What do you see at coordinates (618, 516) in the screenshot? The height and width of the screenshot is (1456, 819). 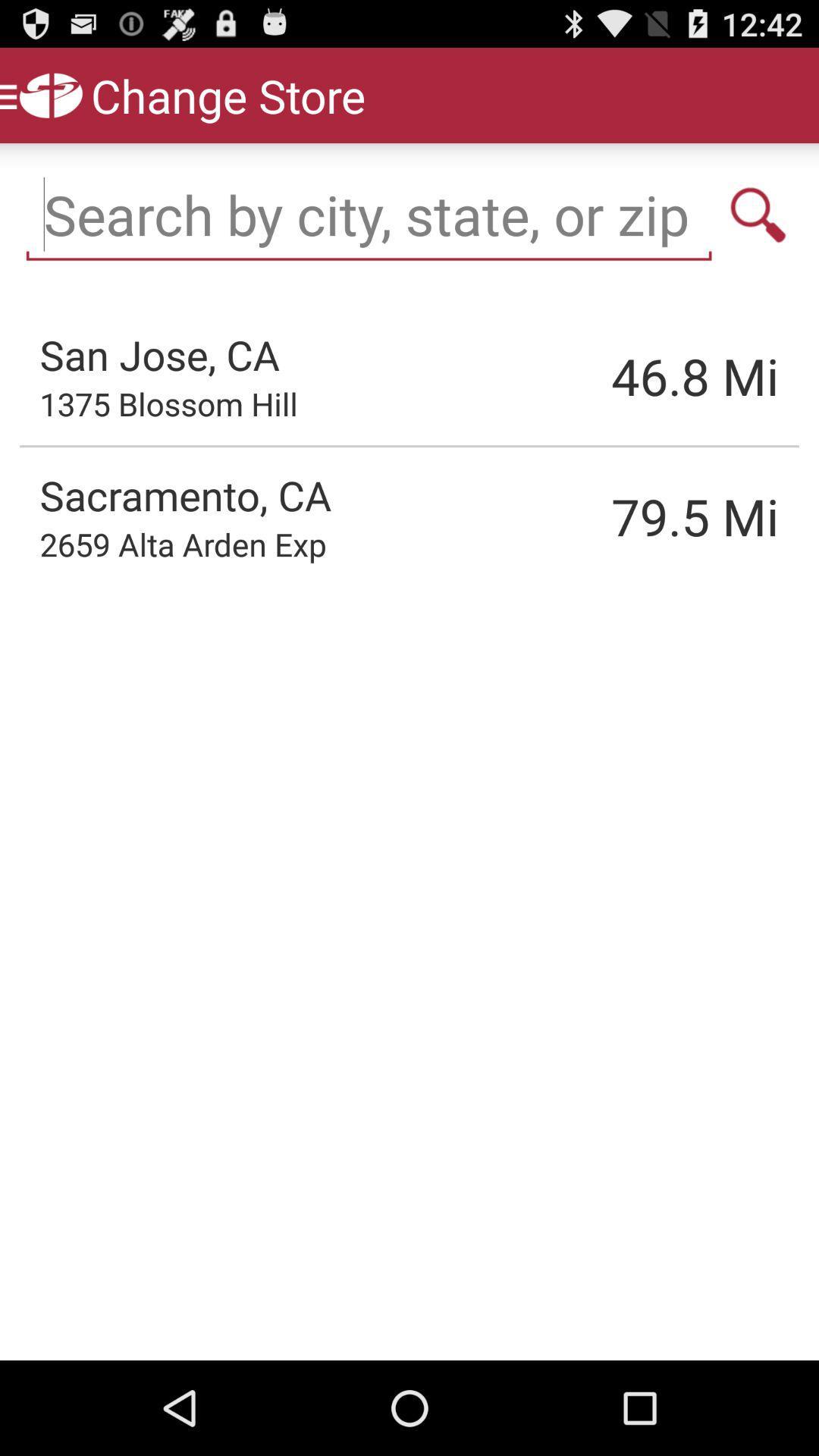 I see `the icon below the 46.8 item` at bounding box center [618, 516].